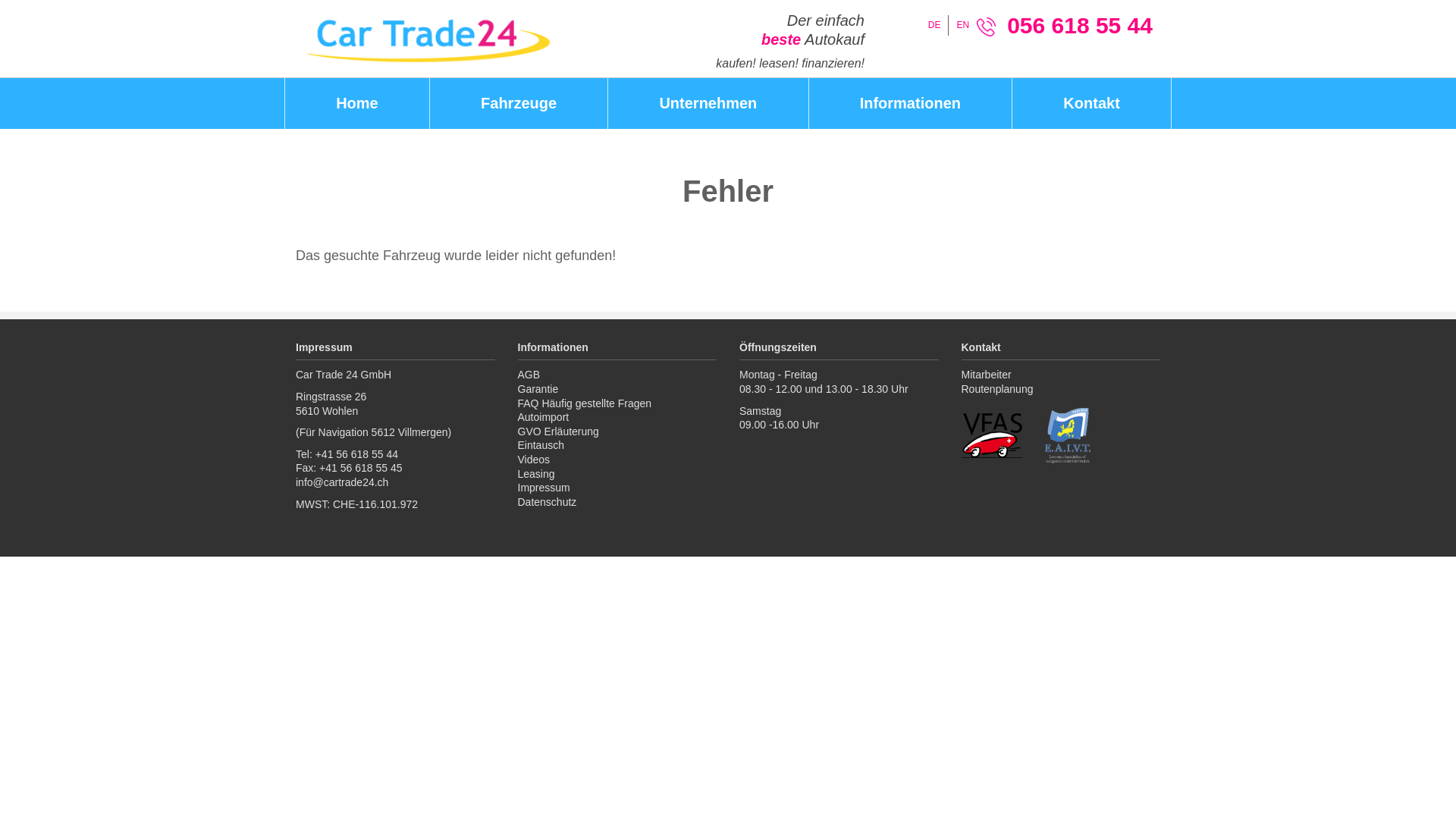 This screenshot has width=1456, height=819. What do you see at coordinates (910, 102) in the screenshot?
I see `'Informationen'` at bounding box center [910, 102].